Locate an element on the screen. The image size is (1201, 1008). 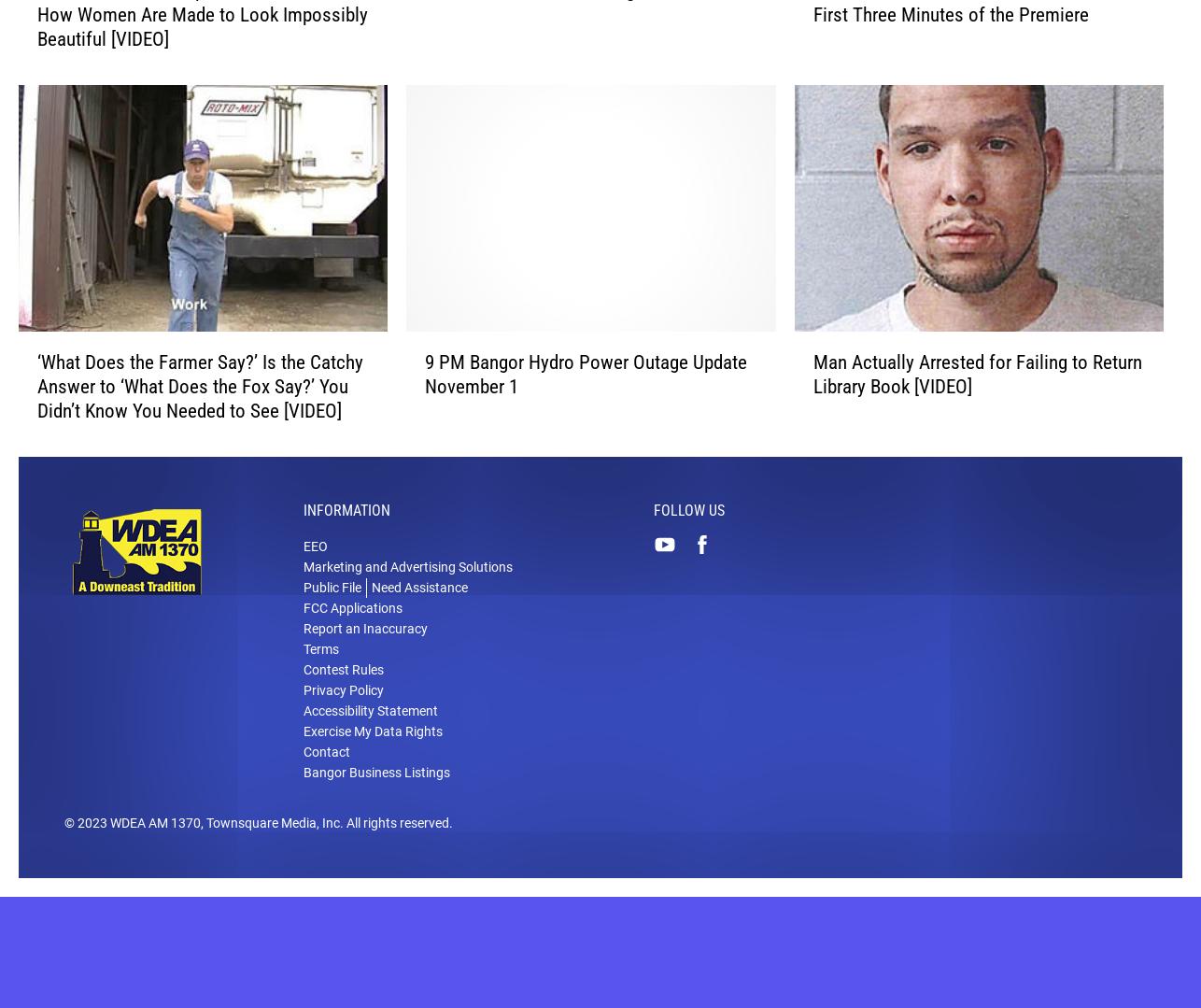
'Man Actually Arrested for Failing to Return Library Book [VIDEO]' is located at coordinates (976, 404).